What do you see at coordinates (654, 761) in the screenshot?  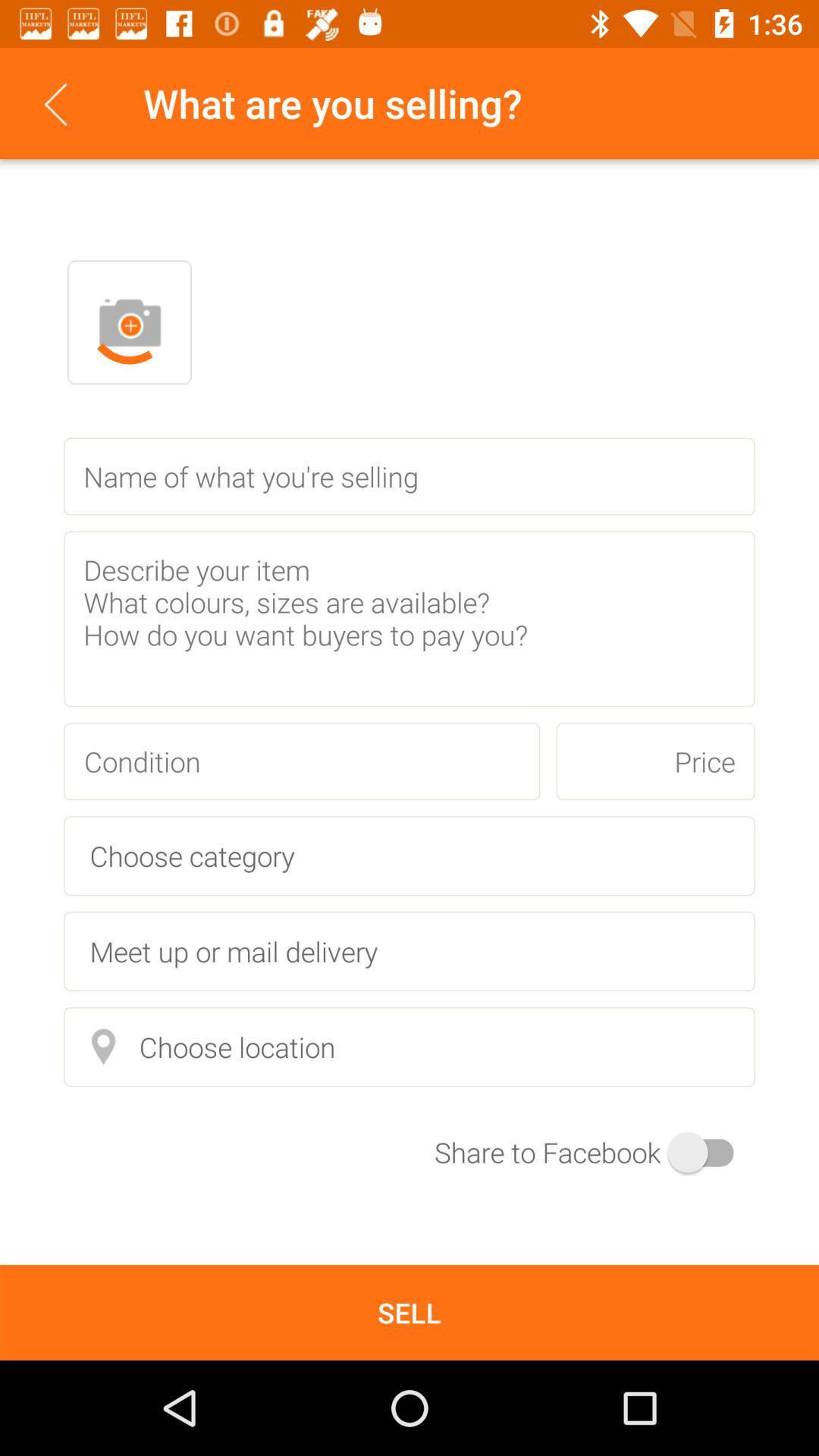 I see `price amount` at bounding box center [654, 761].